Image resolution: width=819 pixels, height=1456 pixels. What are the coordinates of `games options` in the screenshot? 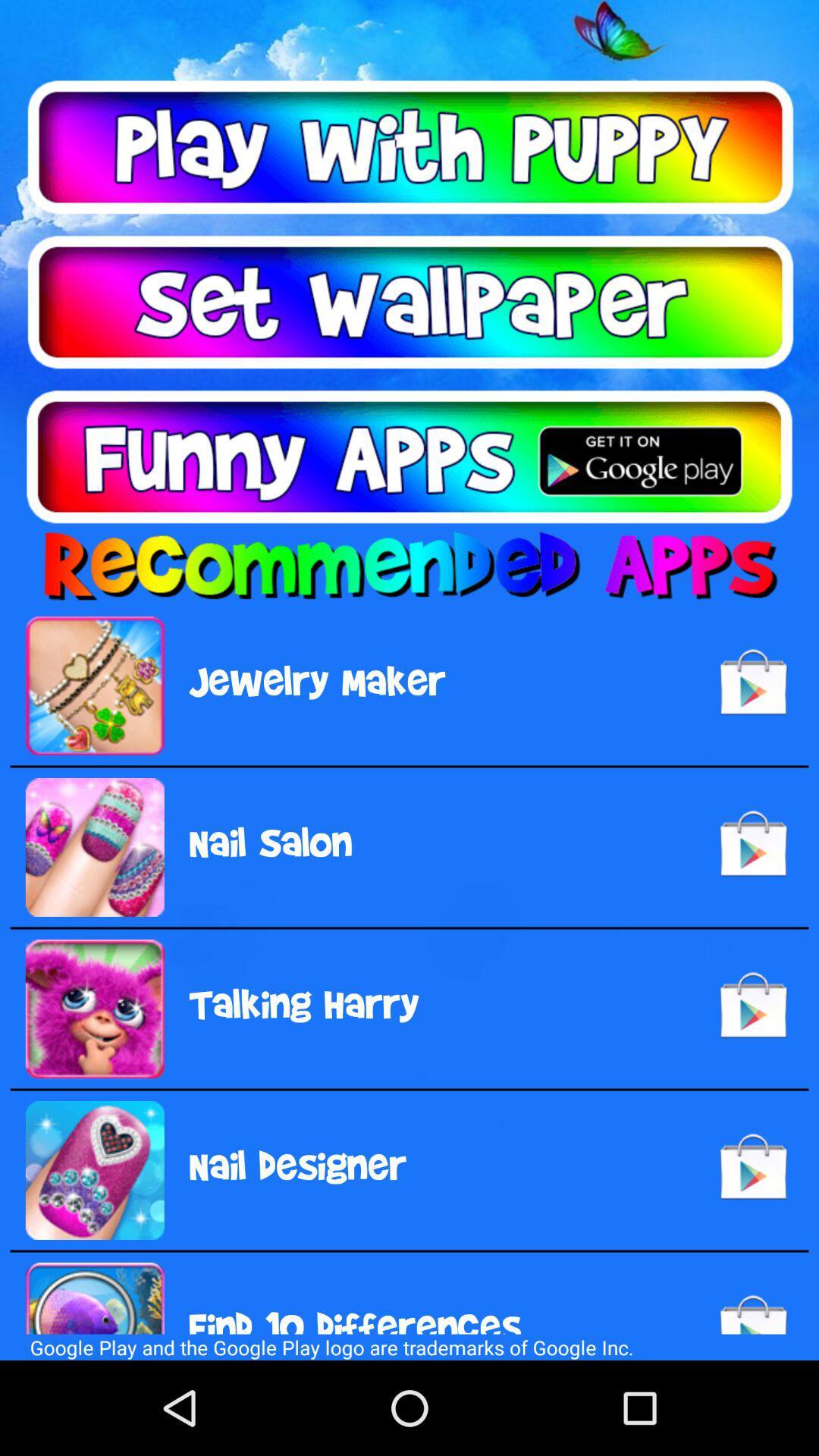 It's located at (409, 147).